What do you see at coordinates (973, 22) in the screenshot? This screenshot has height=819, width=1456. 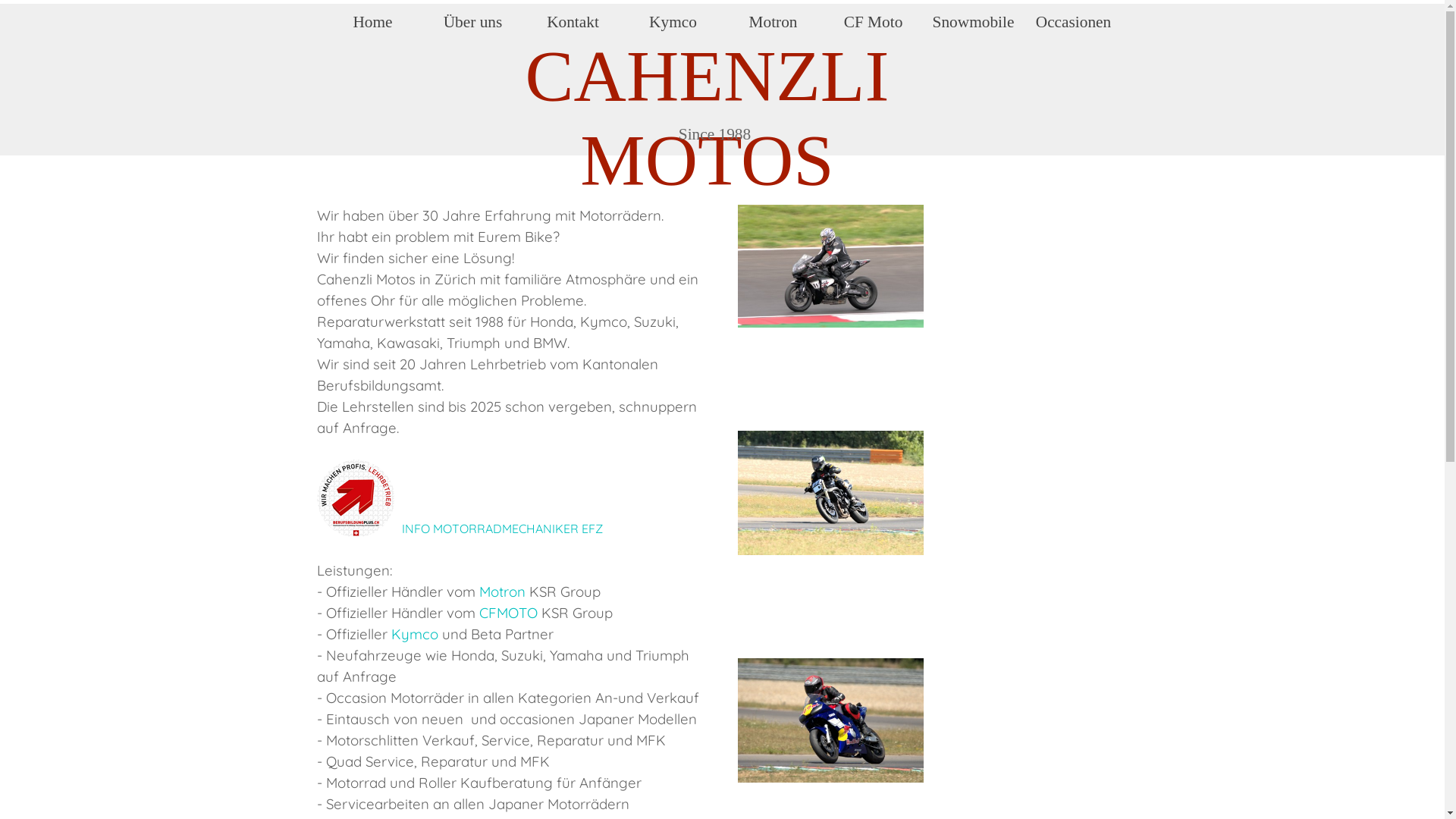 I see `'Snowmobile'` at bounding box center [973, 22].